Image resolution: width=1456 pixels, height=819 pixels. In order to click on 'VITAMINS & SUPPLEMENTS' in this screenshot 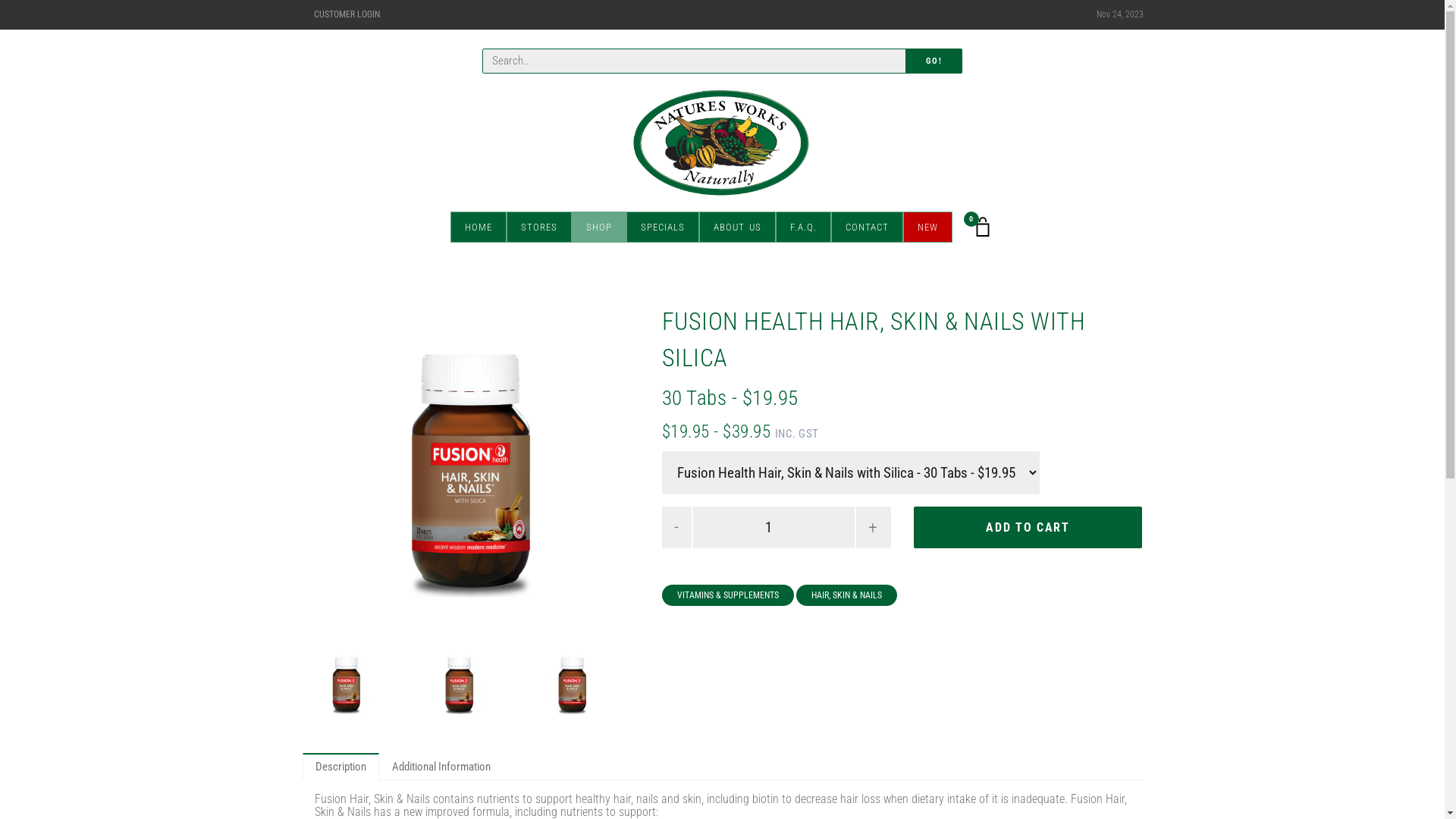, I will do `click(728, 595)`.